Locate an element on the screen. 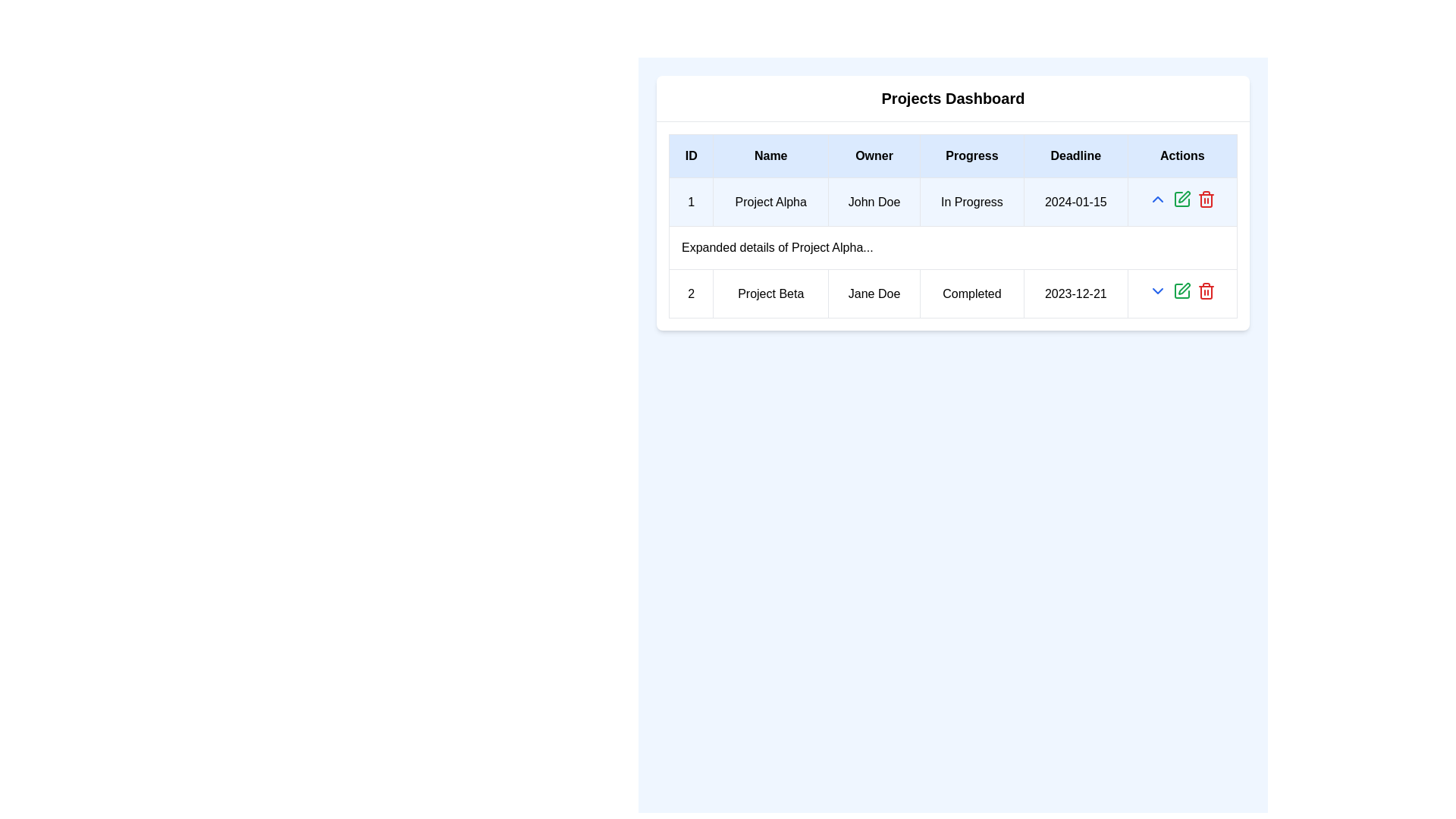 This screenshot has width=1456, height=819. the last column header in the table, which indicates options for actions corresponding to row entries is located at coordinates (1181, 155).